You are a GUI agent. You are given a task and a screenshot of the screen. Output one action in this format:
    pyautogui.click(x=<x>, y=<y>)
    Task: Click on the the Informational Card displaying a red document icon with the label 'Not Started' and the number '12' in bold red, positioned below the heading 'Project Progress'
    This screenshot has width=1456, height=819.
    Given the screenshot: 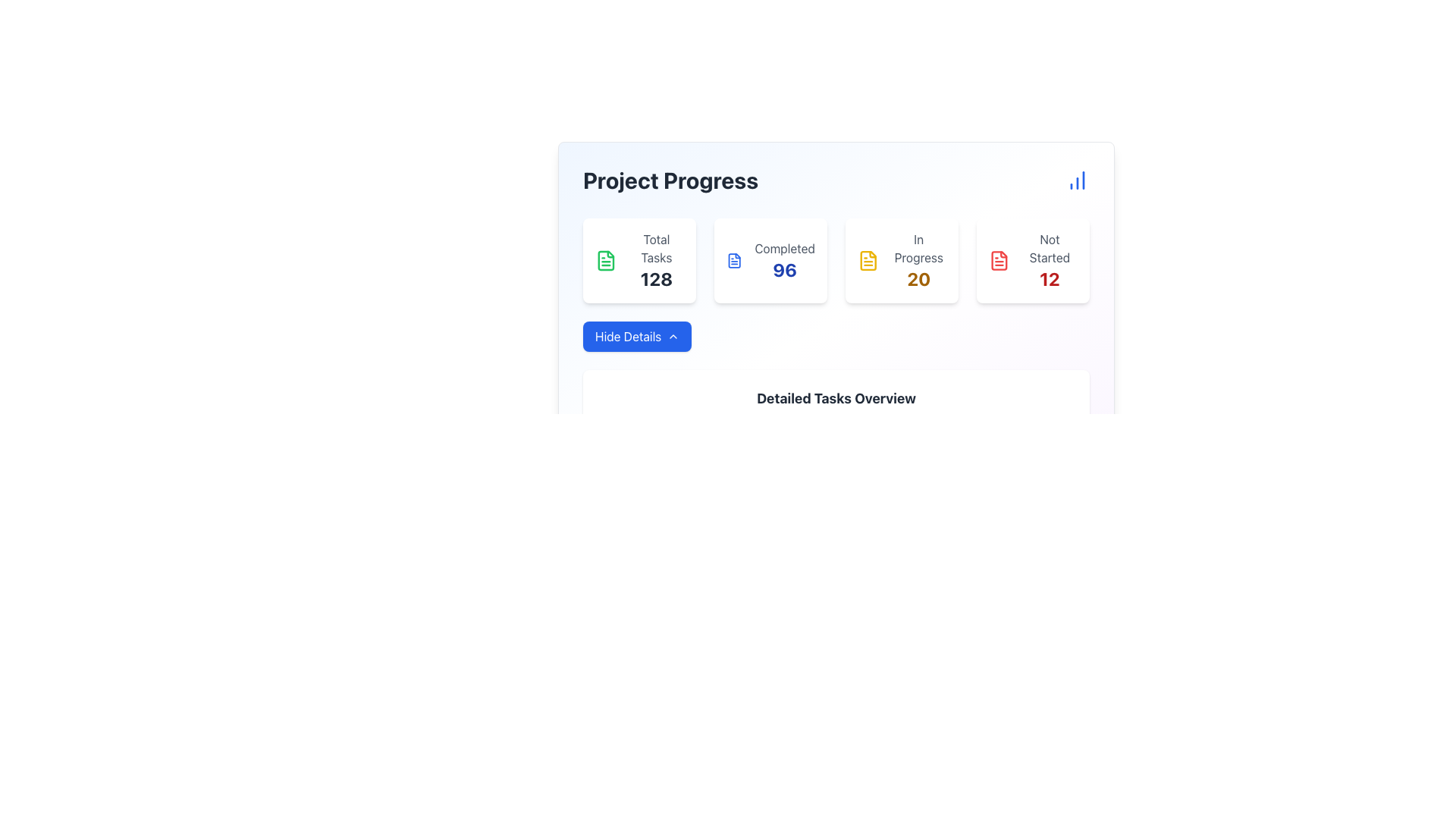 What is the action you would take?
    pyautogui.click(x=1032, y=259)
    